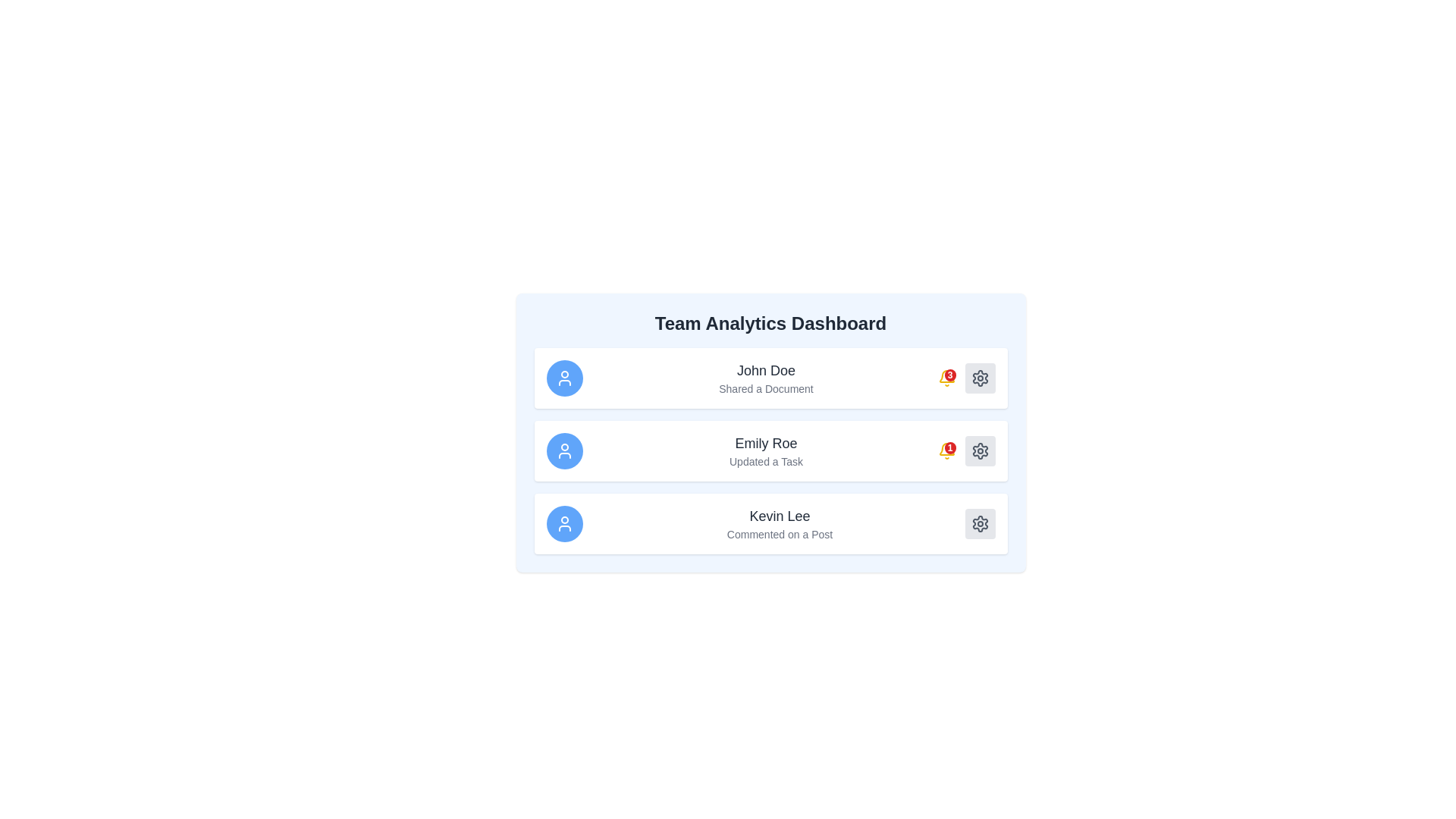 The image size is (1456, 819). Describe the element at coordinates (980, 450) in the screenshot. I see `the settings button located in the top-right corner of the row associated with 'John Doe'` at that location.